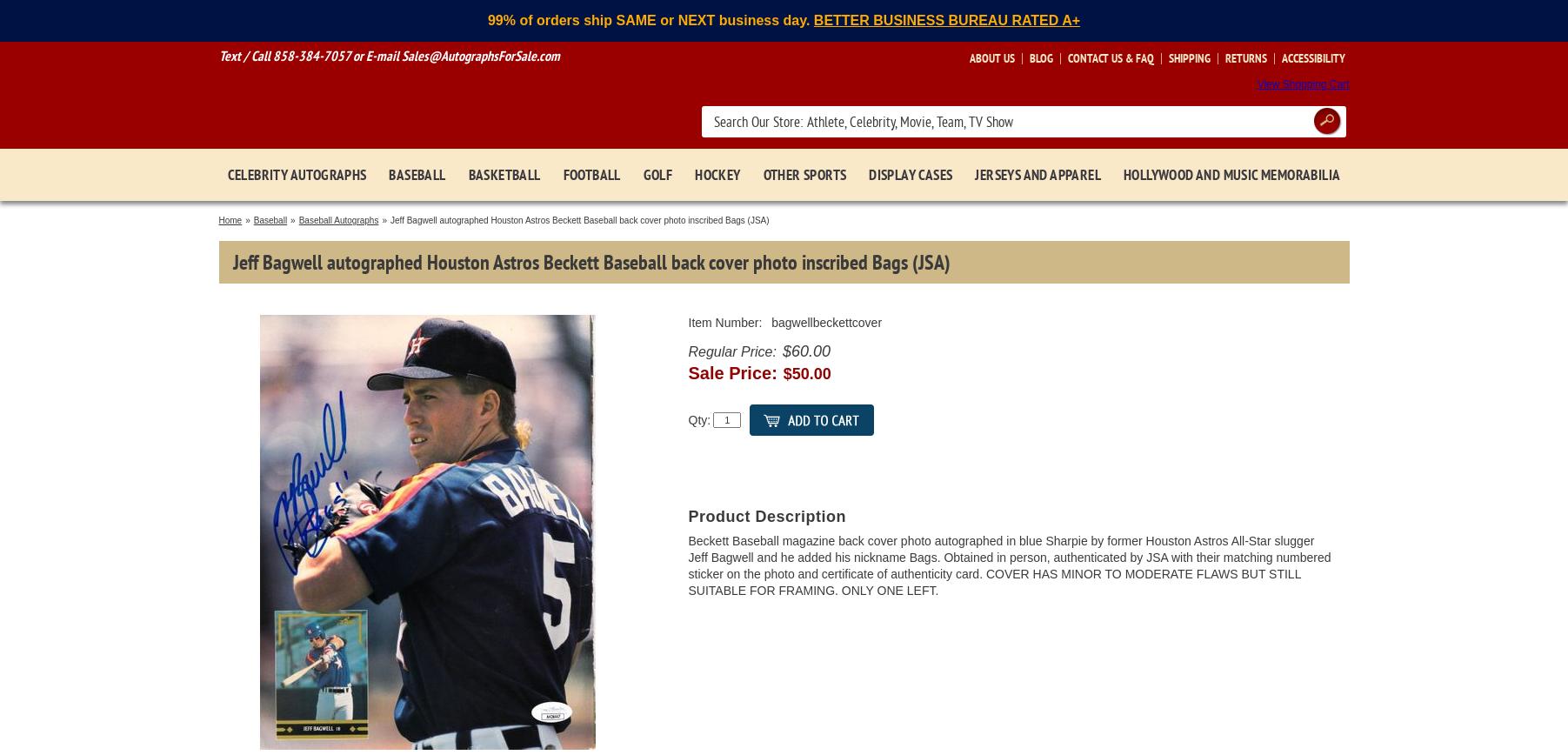  Describe the element at coordinates (310, 56) in the screenshot. I see `'858-384-7057'` at that location.